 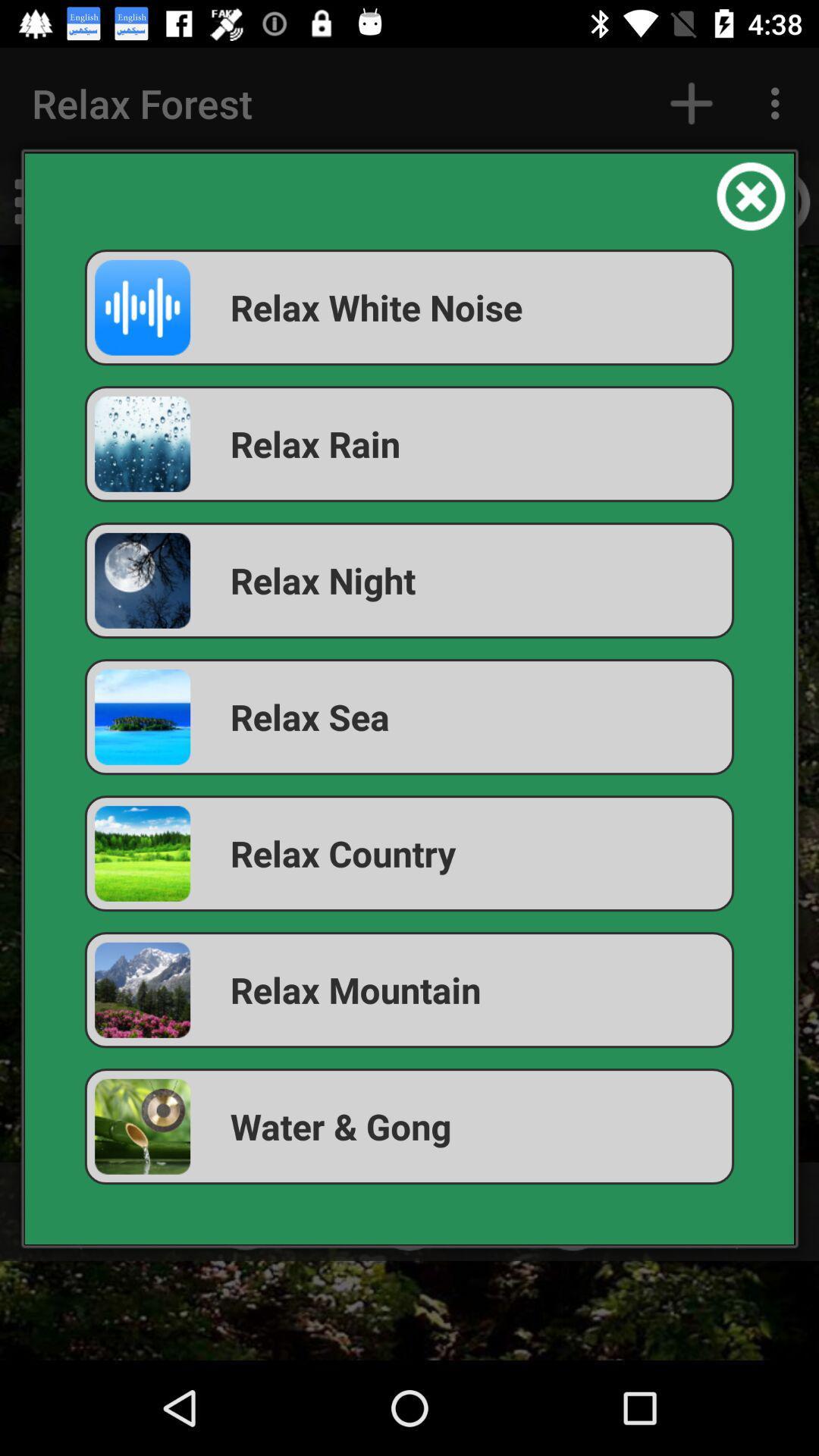 What do you see at coordinates (409, 716) in the screenshot?
I see `the relax sea` at bounding box center [409, 716].